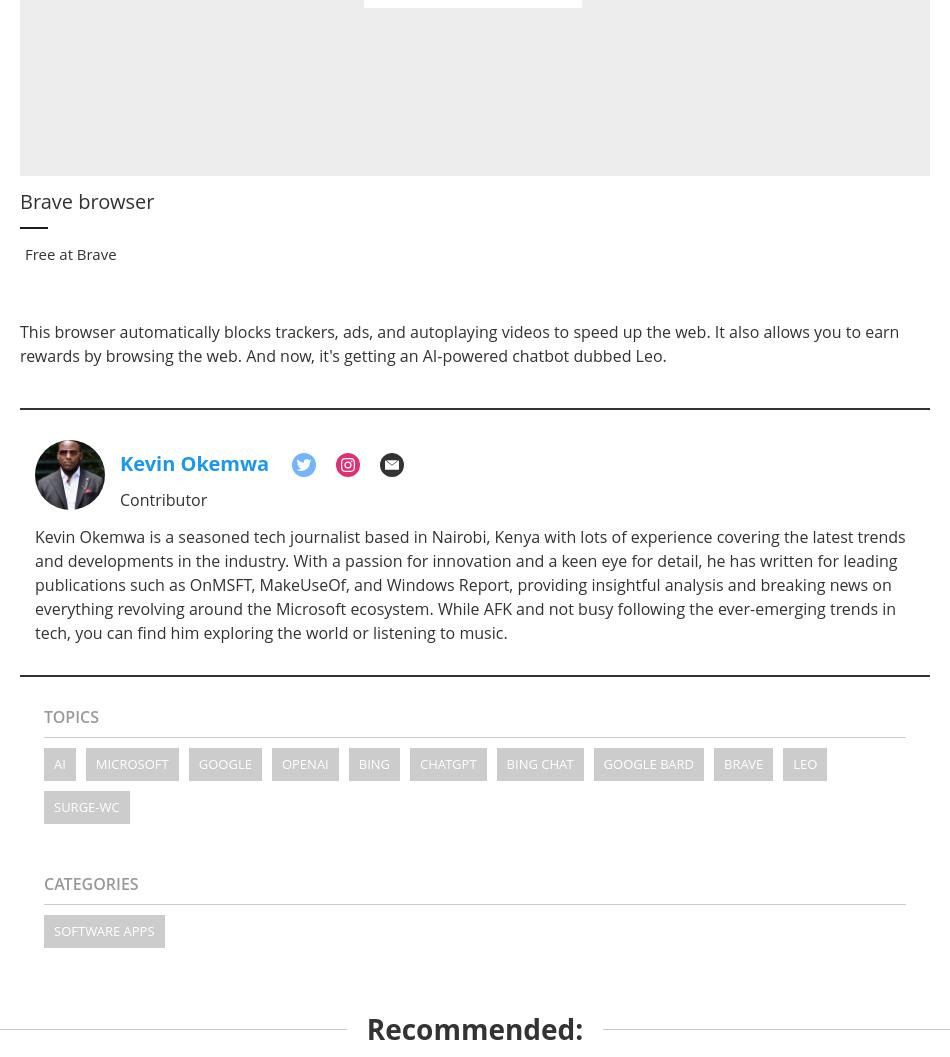 The image size is (950, 1057). Describe the element at coordinates (468, 584) in the screenshot. I see `'Kevin Okemwa is a seasoned tech journalist based in Nairobi, Kenya with lots of experience covering the latest trends and developments in the industry. With a passion for innovation and a keen eye for detail, he has written for leading publications such as OnMSFT, MakeUseOf, and Windows Report, providing insightful analysis and breaking news on everything revolving around the Microsoft ecosystem. While AFK and not busy following the ever-emerging trends in tech, you can find him exploring the world or listening to music.'` at that location.